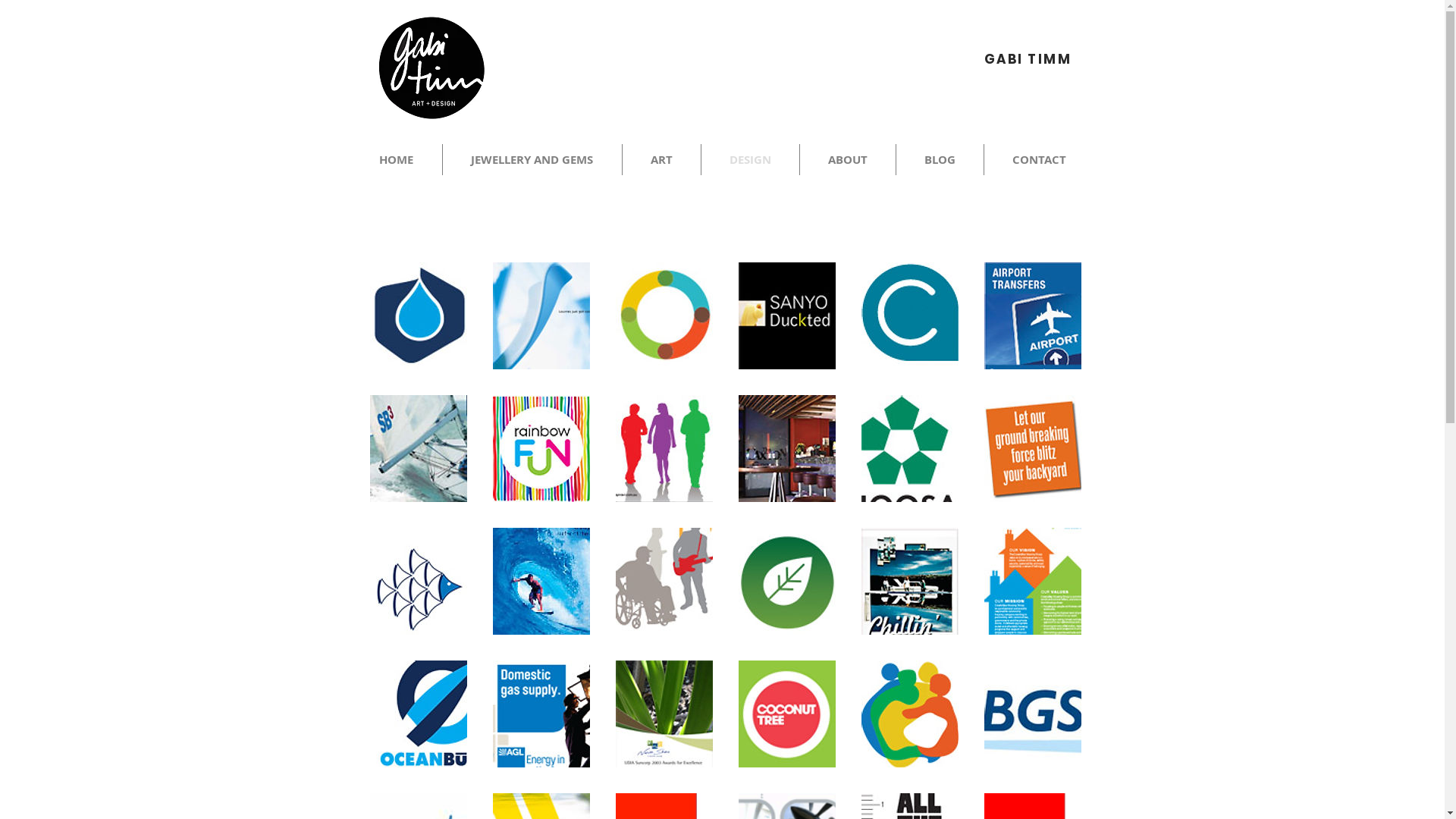 This screenshot has height=819, width=1456. I want to click on 'ART', so click(661, 159).